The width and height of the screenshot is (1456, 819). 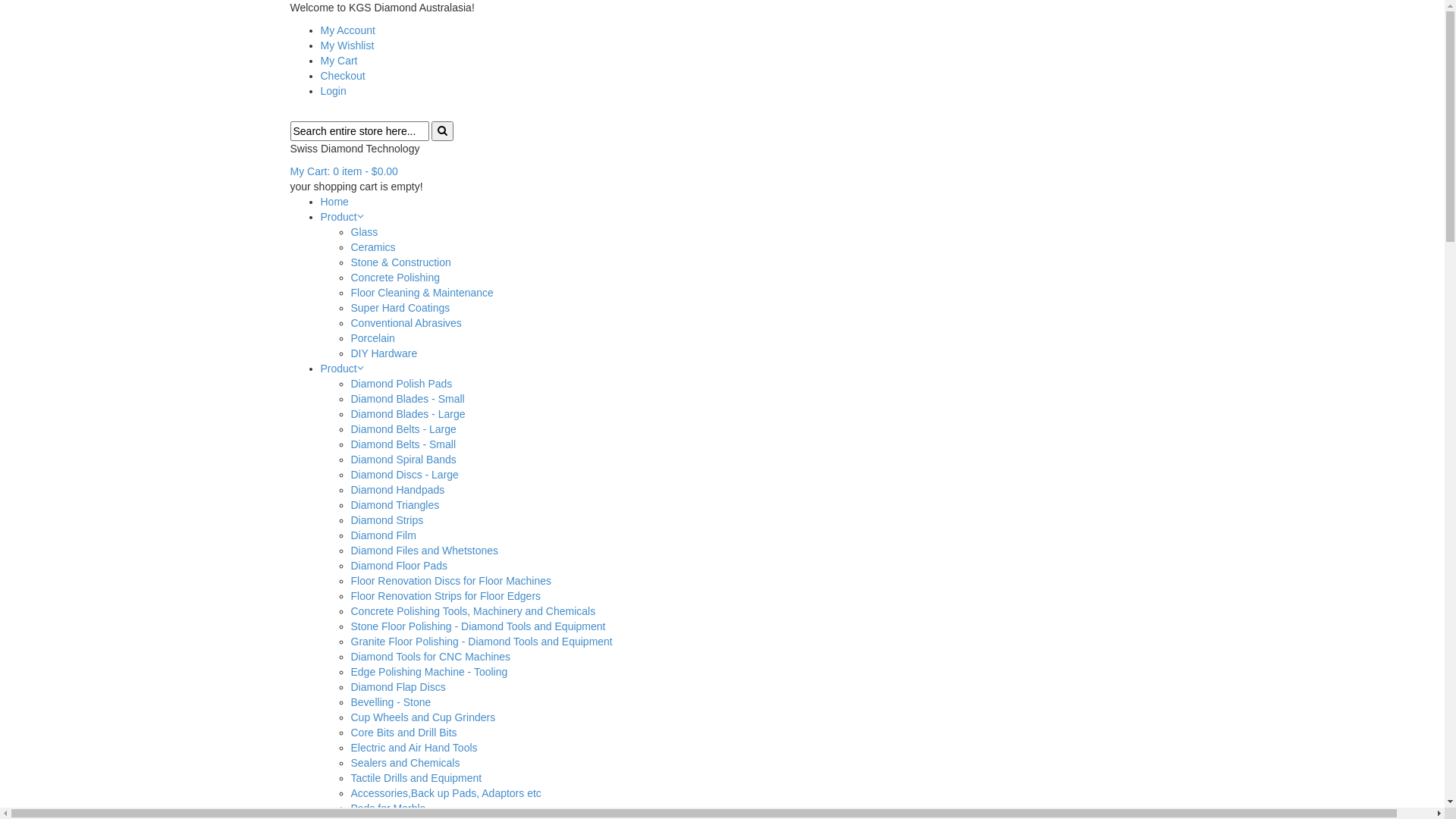 I want to click on 'My Cart: 0 item - $0.00', so click(x=290, y=171).